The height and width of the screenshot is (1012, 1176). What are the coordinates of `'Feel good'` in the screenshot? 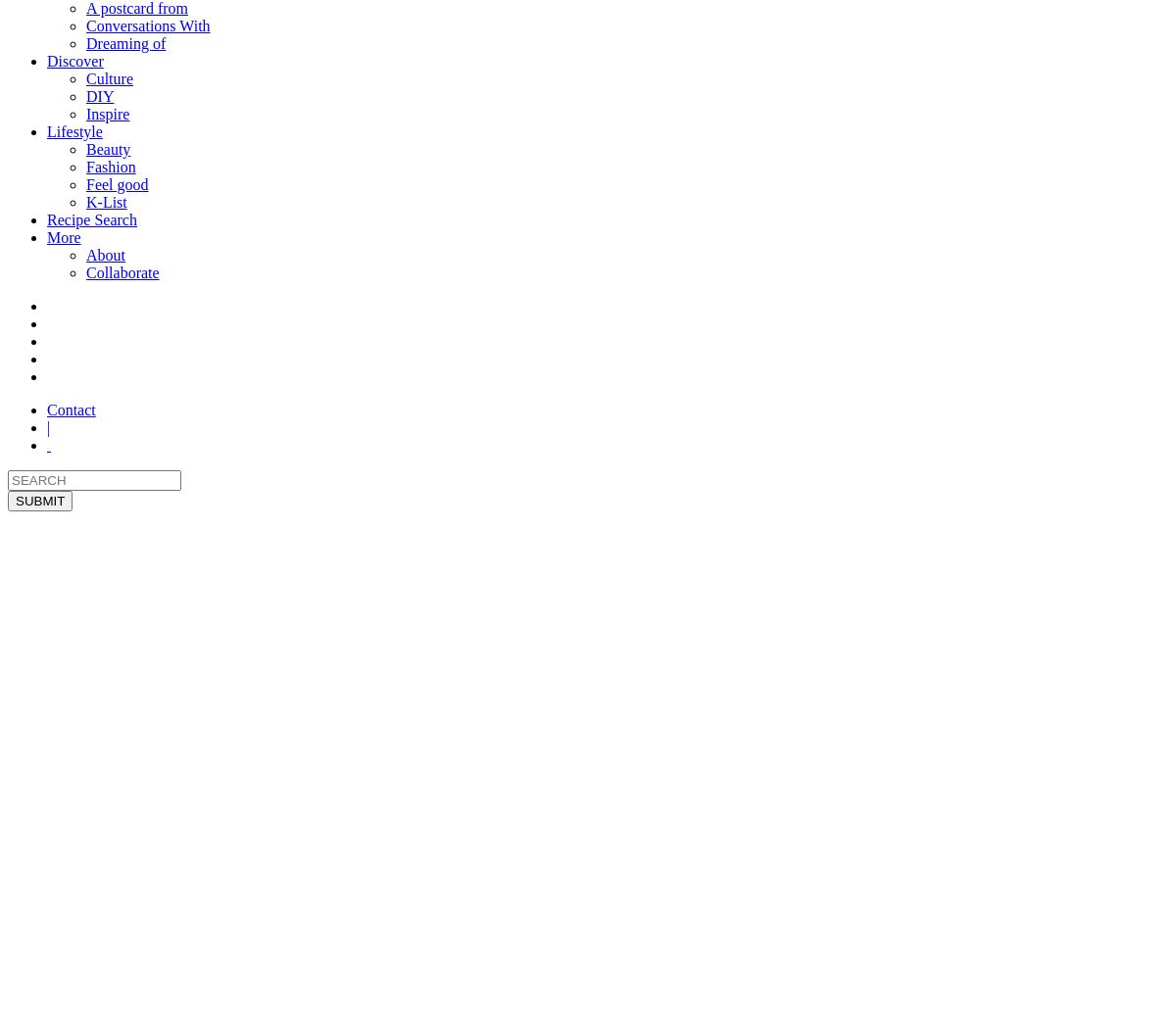 It's located at (117, 183).